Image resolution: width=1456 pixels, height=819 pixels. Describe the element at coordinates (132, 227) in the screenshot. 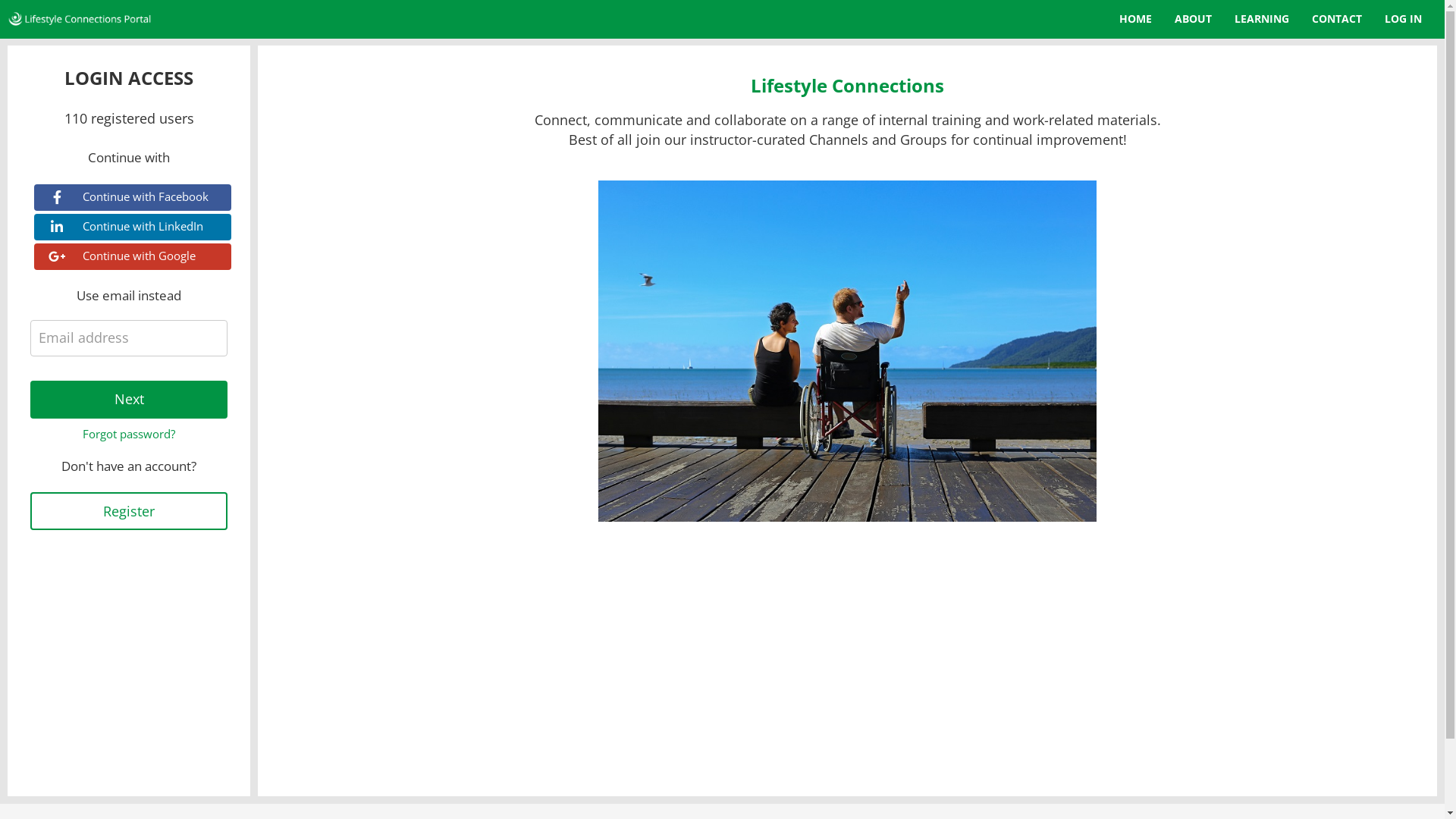

I see `'Continue with LinkedIn'` at that location.